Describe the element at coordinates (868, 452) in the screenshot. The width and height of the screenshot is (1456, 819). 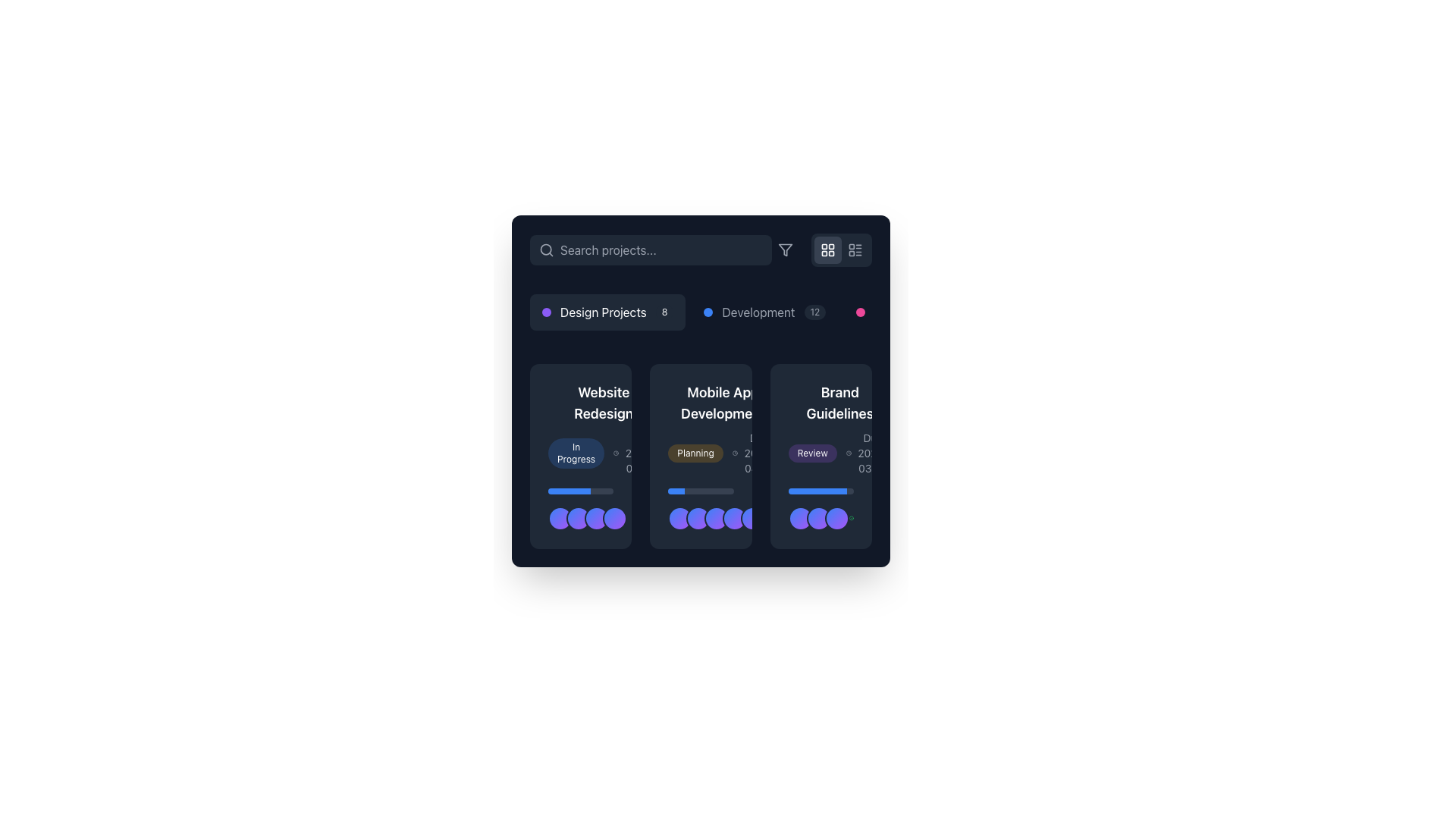
I see `the text label indicating the deadline date 'Due 2024-03-10' located in the rightmost card labeled 'Brand Guidelines', positioned below the 'Review' label` at that location.